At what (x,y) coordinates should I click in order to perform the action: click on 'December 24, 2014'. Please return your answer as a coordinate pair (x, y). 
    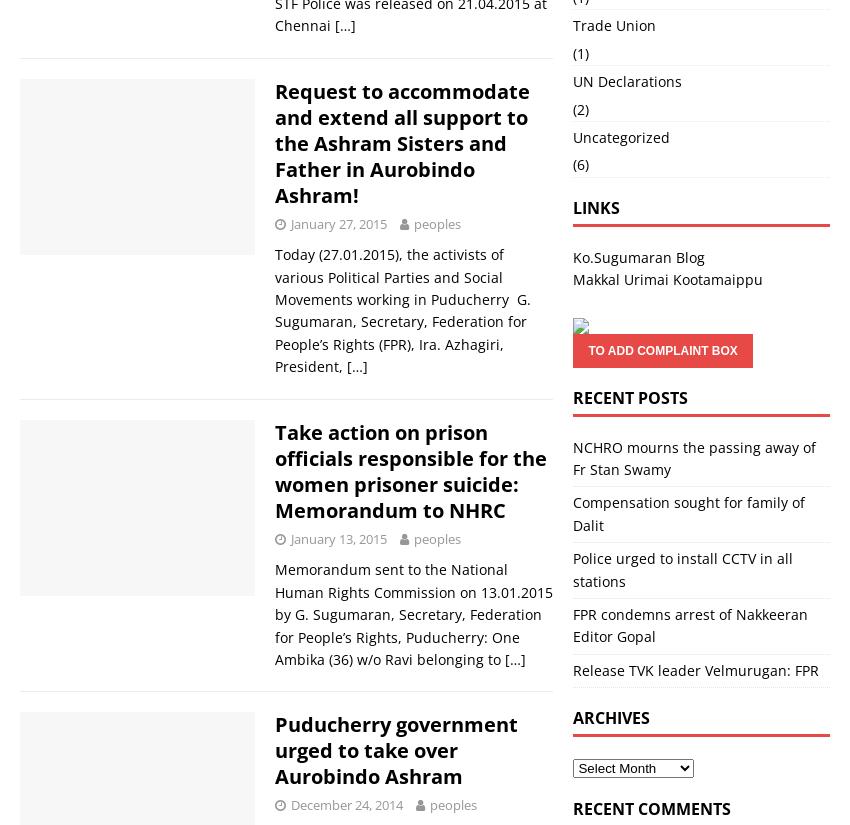
    Looking at the image, I should click on (290, 805).